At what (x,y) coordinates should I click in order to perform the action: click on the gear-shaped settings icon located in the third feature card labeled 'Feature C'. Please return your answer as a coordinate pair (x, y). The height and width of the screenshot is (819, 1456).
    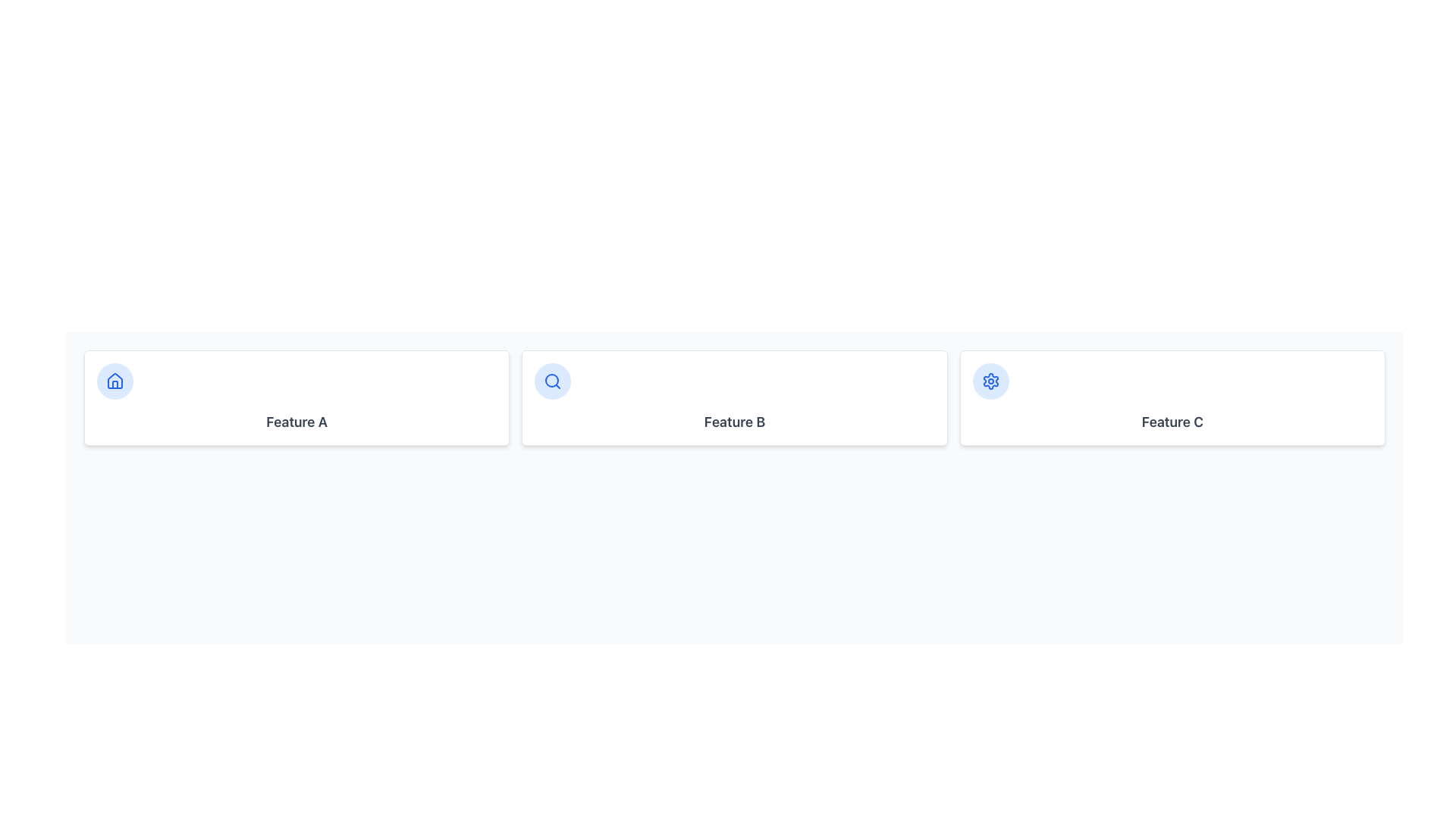
    Looking at the image, I should click on (990, 380).